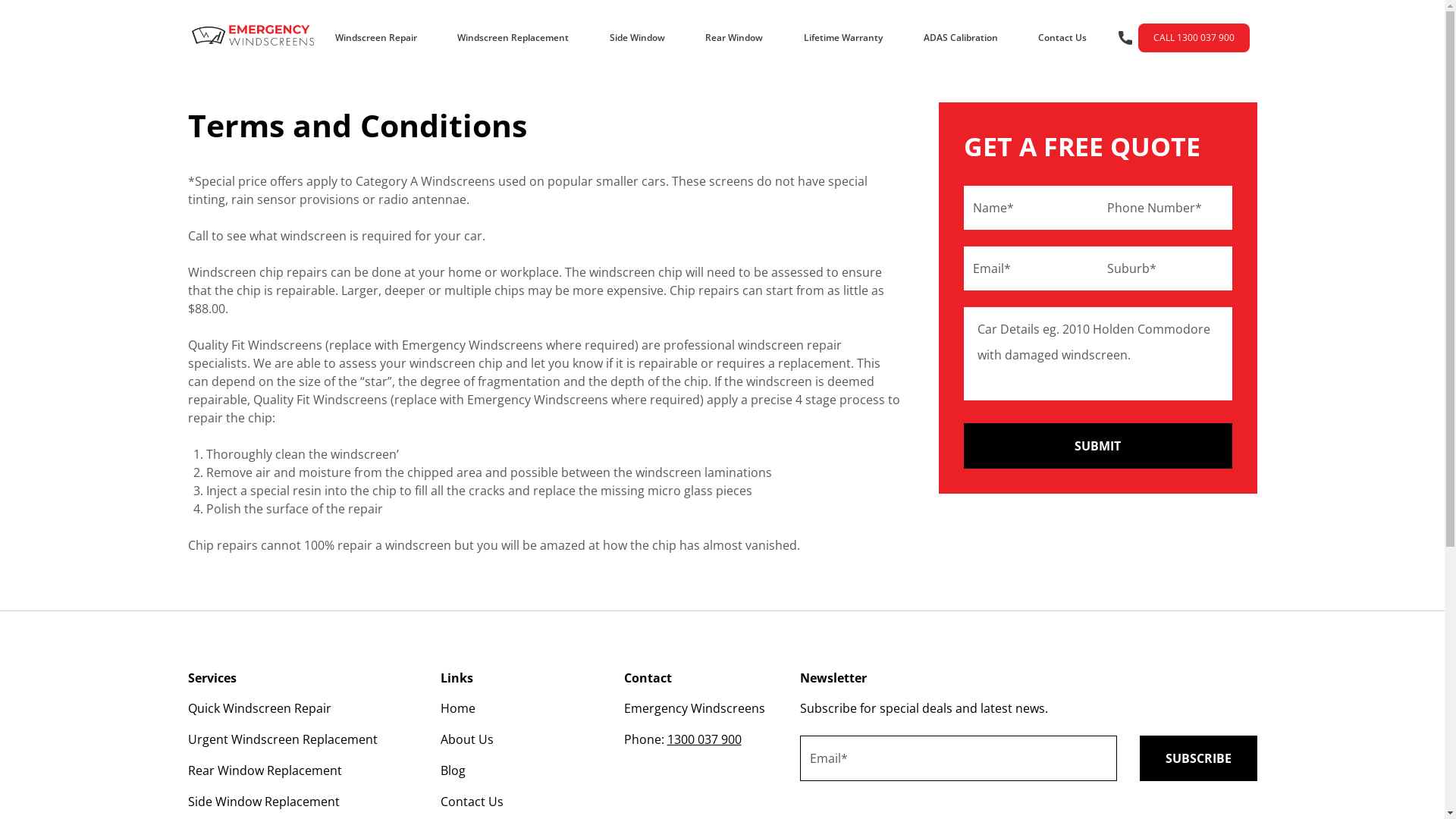 Image resolution: width=1456 pixels, height=819 pixels. I want to click on 'Urgent Windscreen Replacement', so click(283, 739).